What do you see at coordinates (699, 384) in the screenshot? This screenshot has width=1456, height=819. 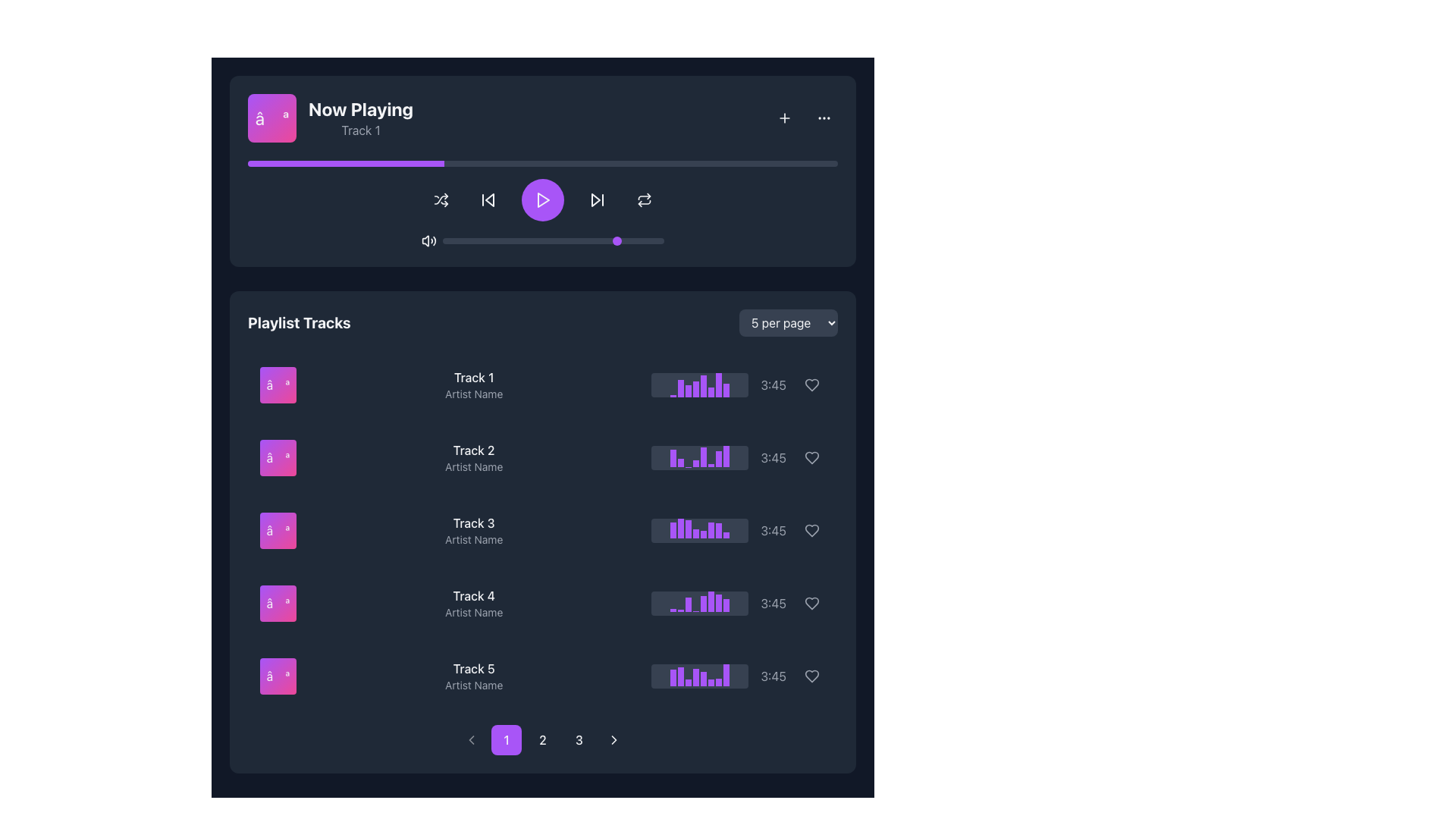 I see `the graphical representation of audio level bars in the playlist section, located between the track name and duration text ('3:45')` at bounding box center [699, 384].